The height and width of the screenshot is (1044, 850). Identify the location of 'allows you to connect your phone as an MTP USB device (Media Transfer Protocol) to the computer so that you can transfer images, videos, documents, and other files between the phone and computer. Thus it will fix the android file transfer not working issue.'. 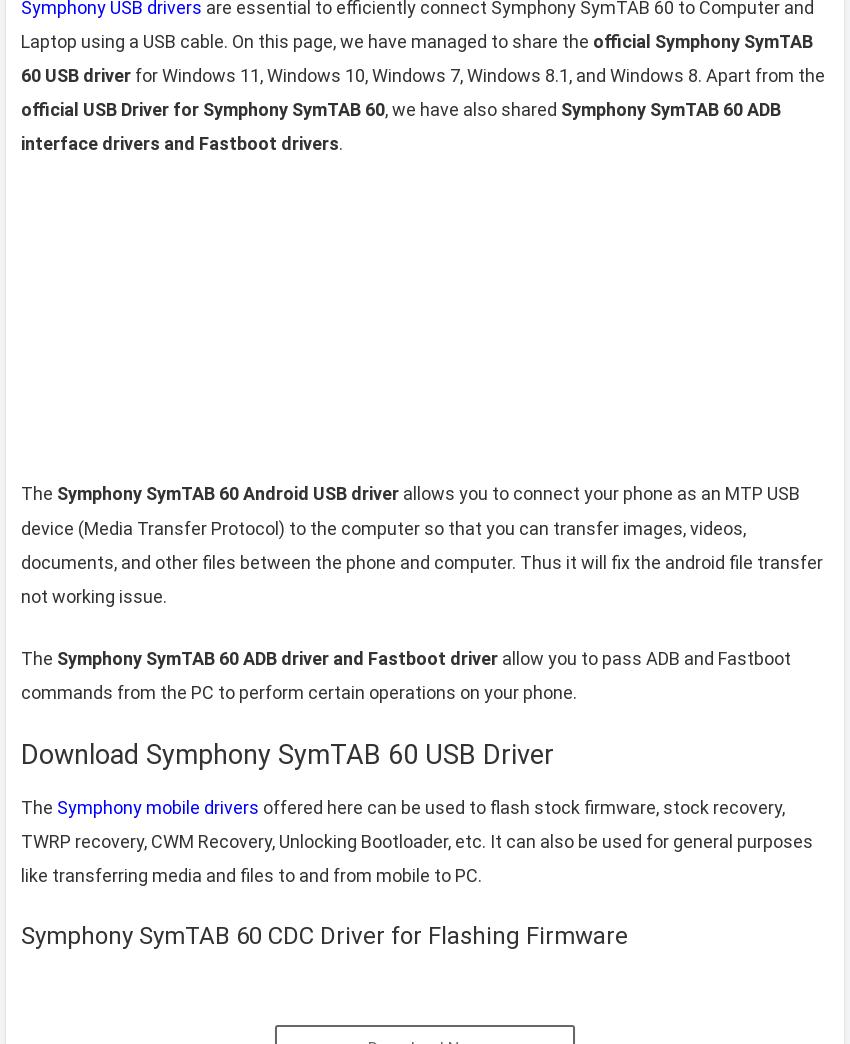
(422, 543).